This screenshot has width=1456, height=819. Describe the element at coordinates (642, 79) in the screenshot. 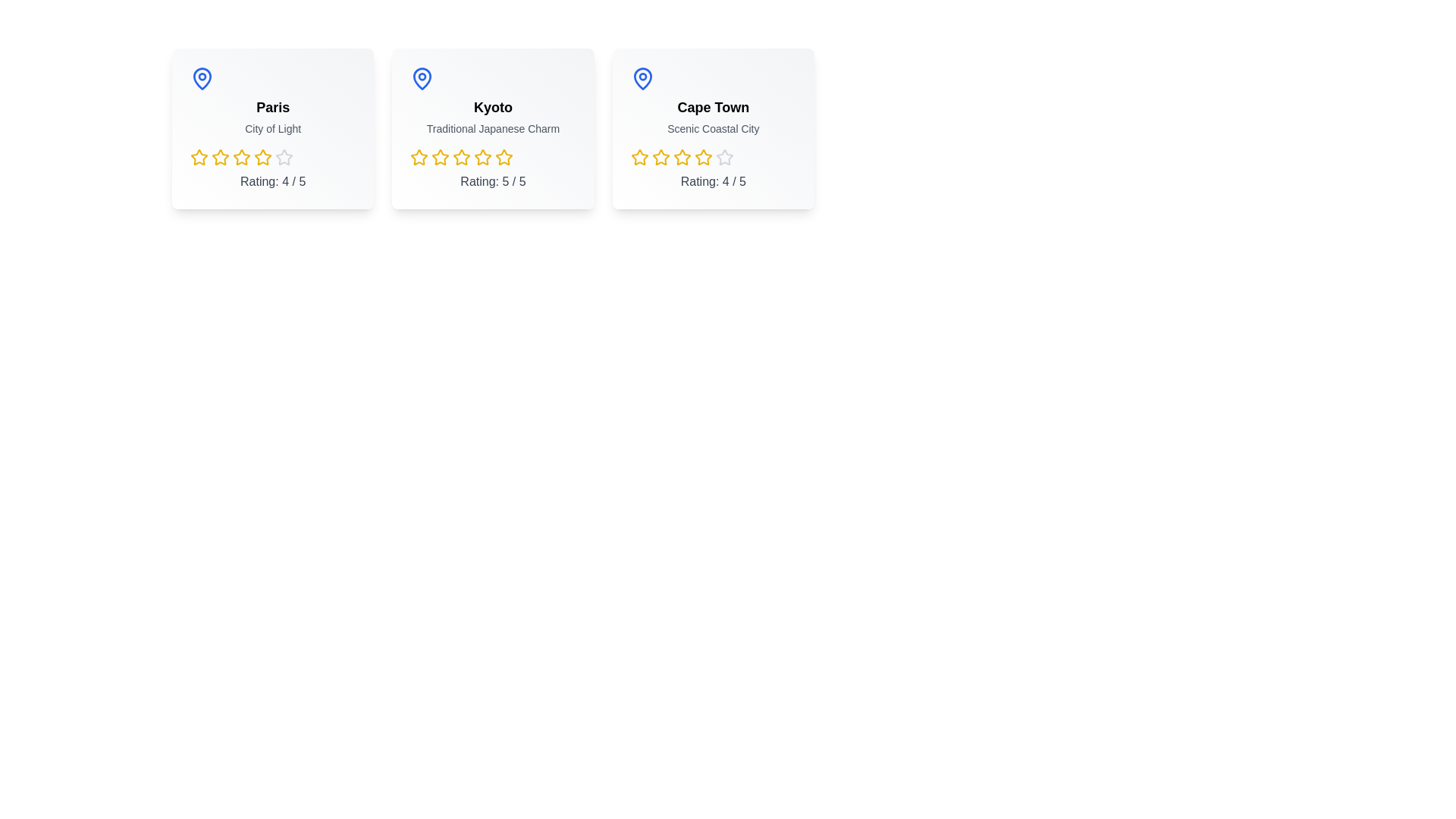

I see `the map pin icon for Cape Town` at that location.